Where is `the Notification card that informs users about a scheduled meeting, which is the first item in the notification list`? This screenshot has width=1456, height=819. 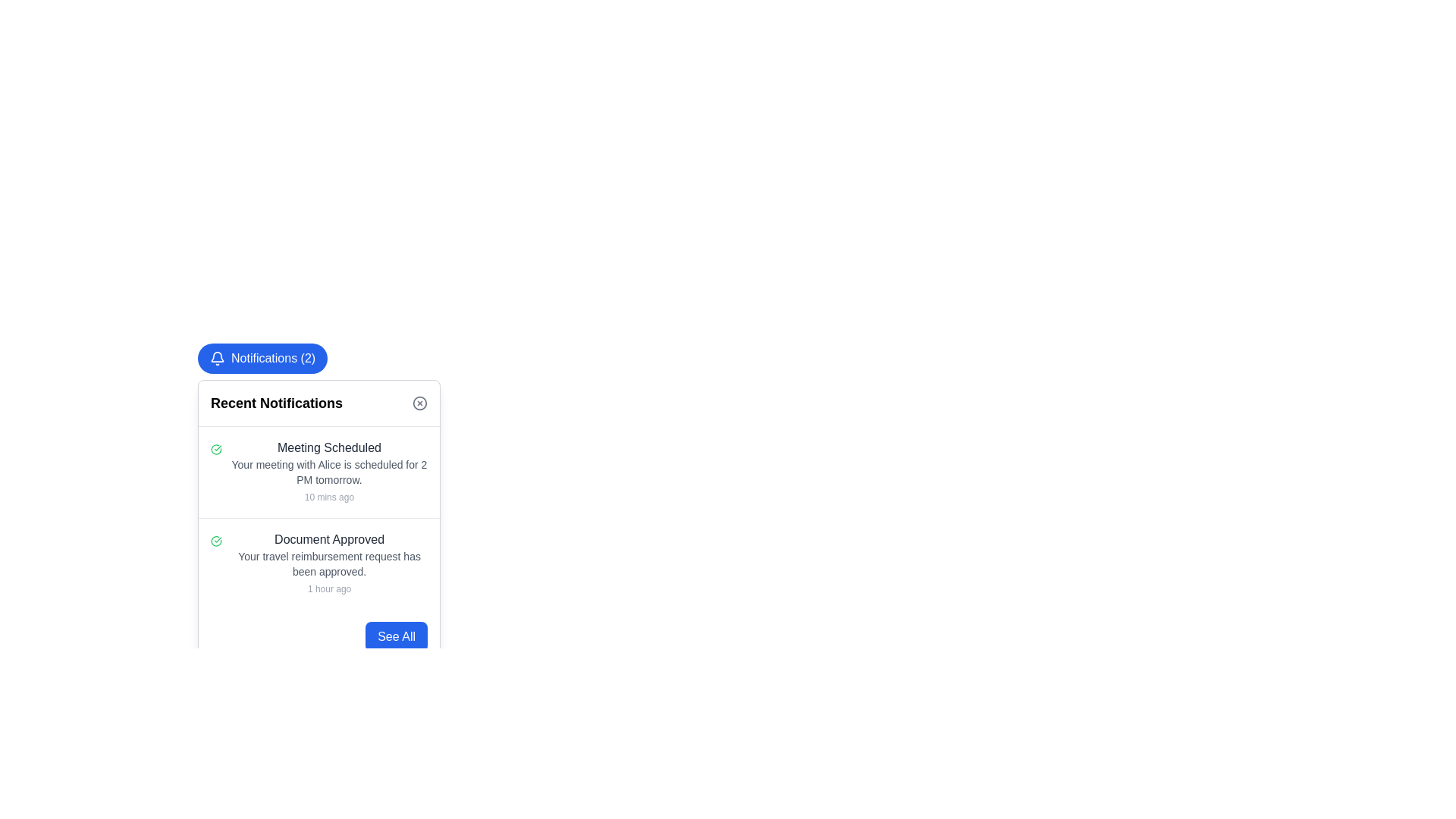
the Notification card that informs users about a scheduled meeting, which is the first item in the notification list is located at coordinates (318, 472).